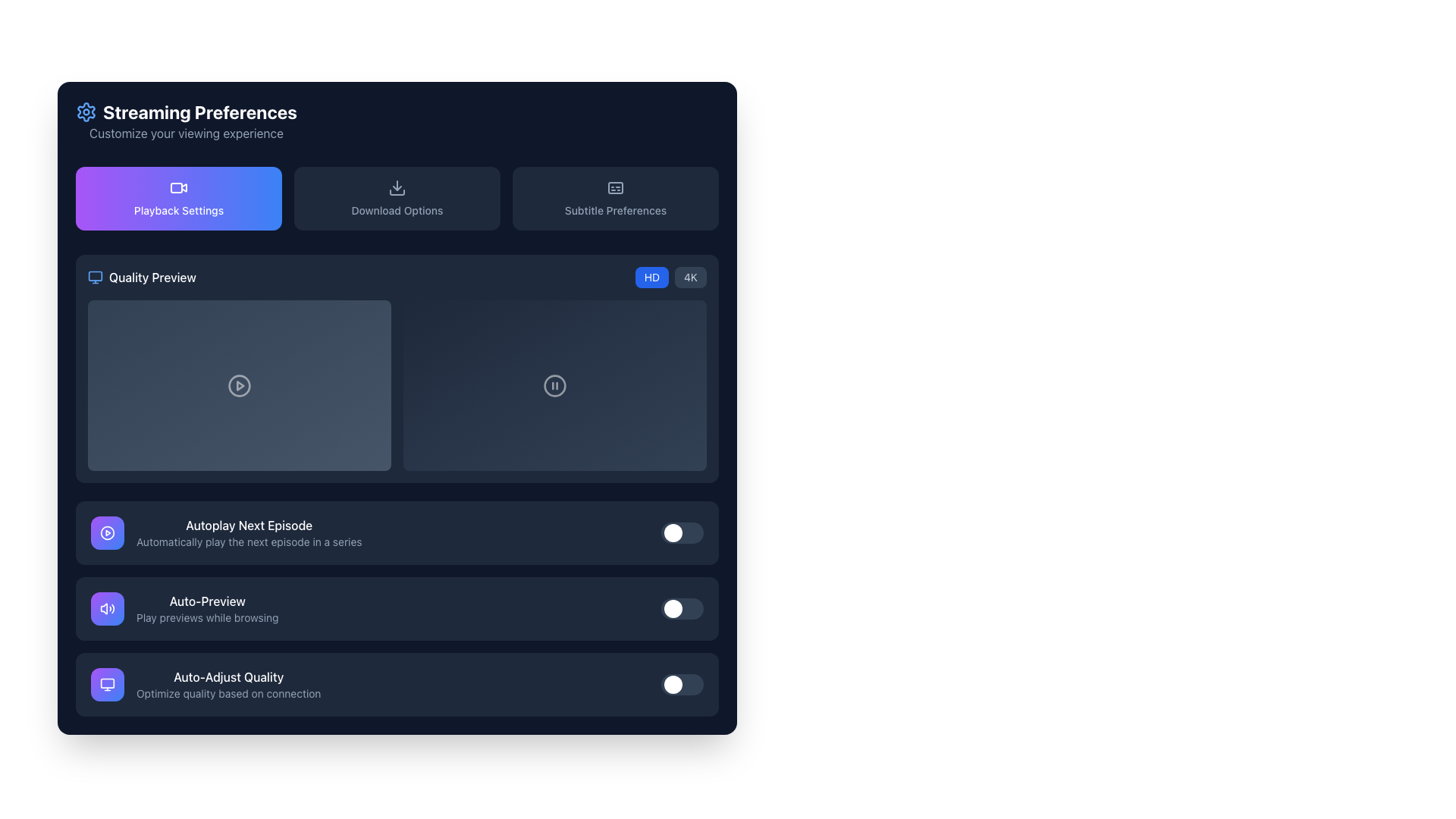  What do you see at coordinates (239, 384) in the screenshot?
I see `the Video preview placeholder located at the leftmost position in the grid layout` at bounding box center [239, 384].